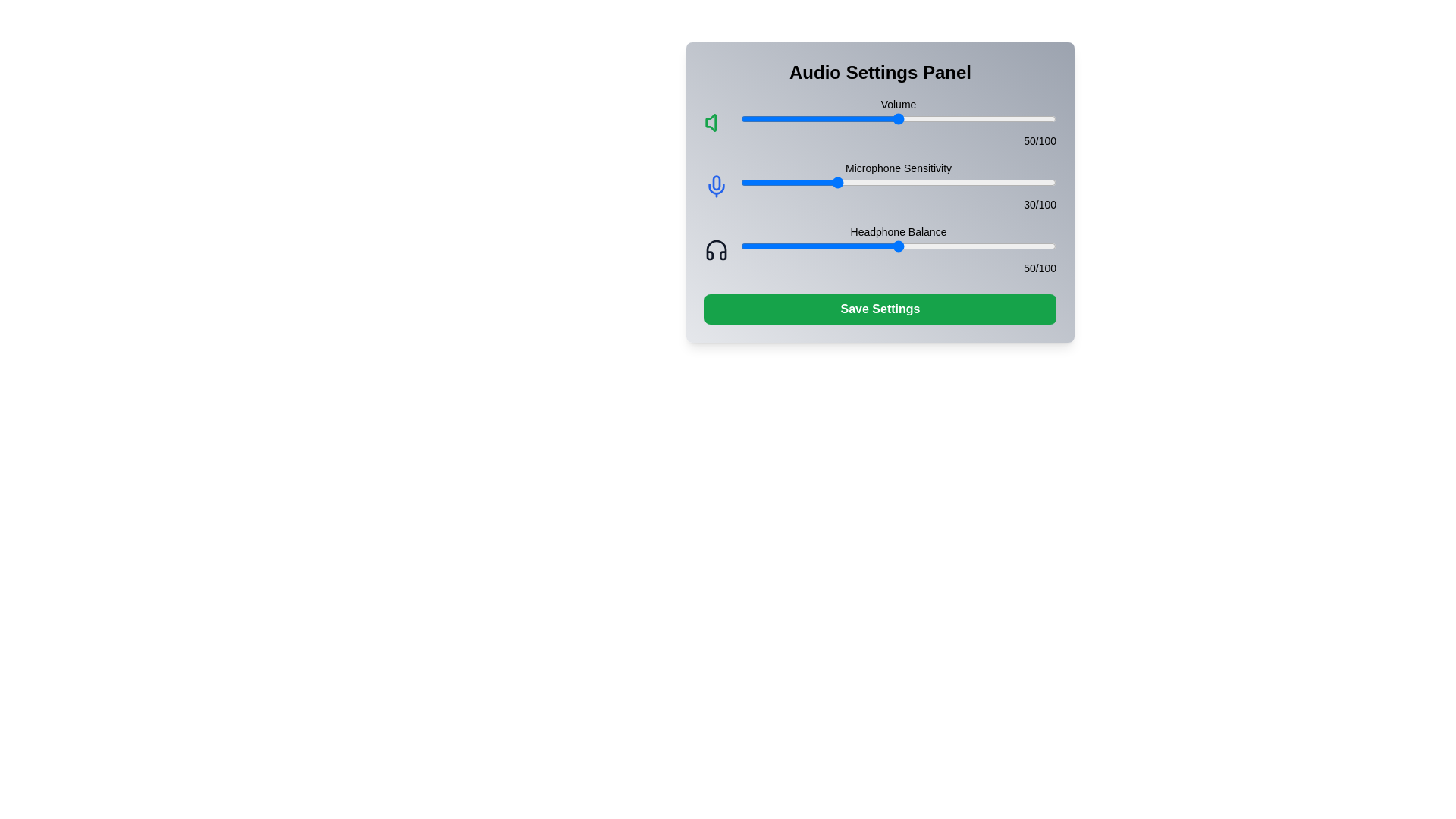  I want to click on the microphone sensitivity, so click(1028, 181).